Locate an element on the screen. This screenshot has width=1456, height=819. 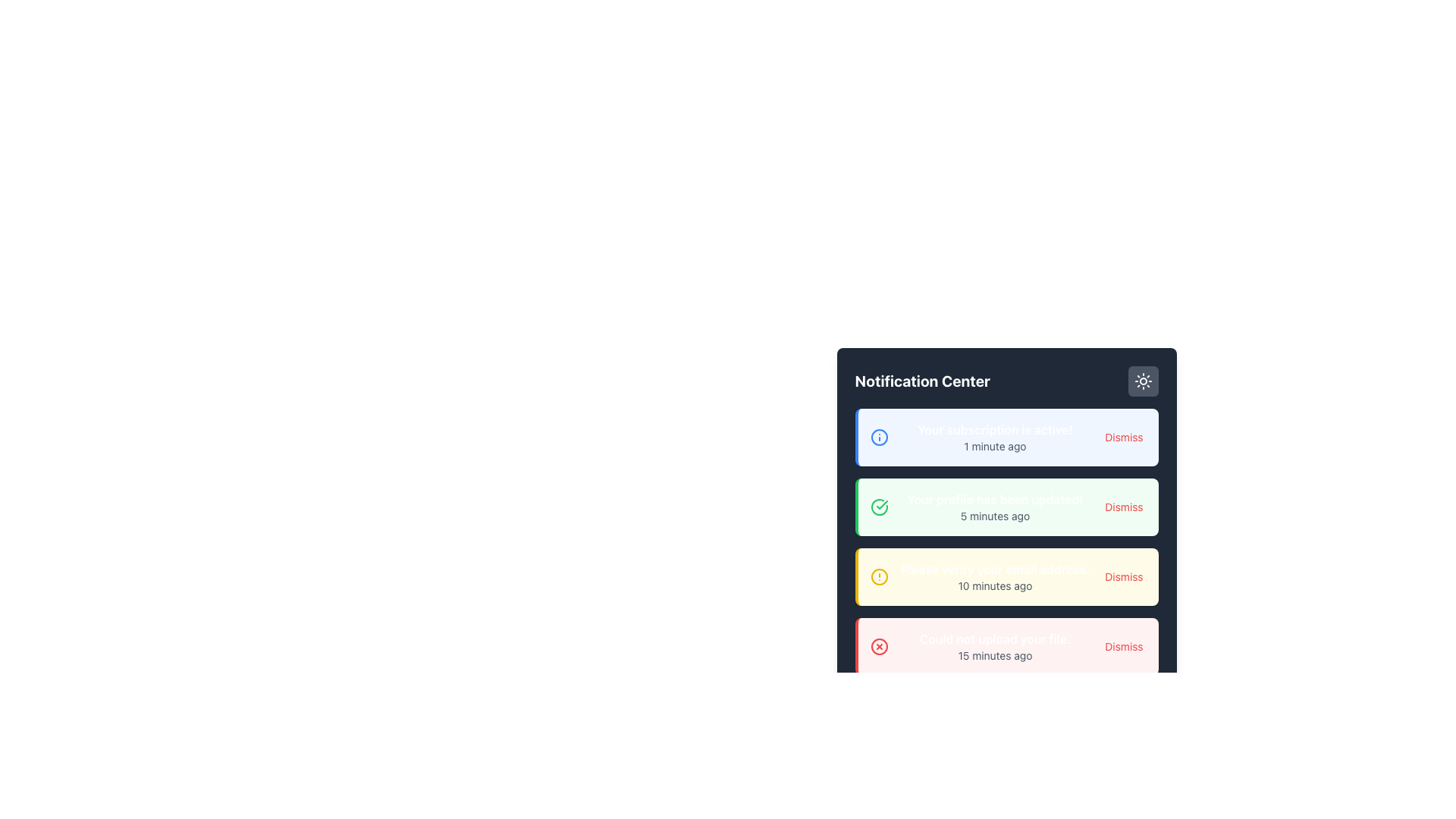
the Dismiss button located at the top-right corner of the notification card, which is aligned to the right of the text '1 minute ago' and beneath the header 'Notification Center' is located at coordinates (1124, 438).